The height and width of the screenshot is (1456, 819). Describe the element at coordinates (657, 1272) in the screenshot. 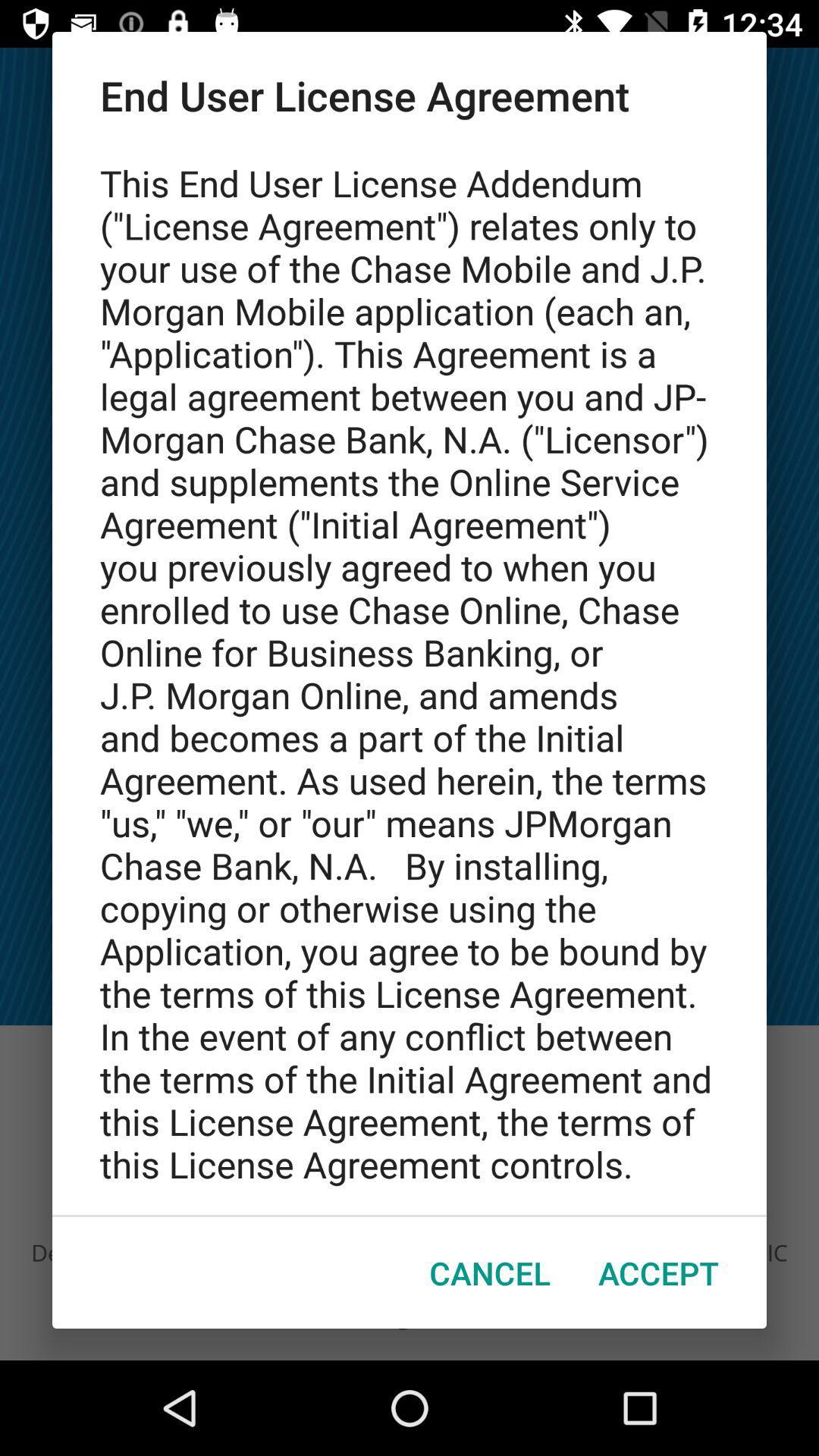

I see `the item to the right of the cancel` at that location.